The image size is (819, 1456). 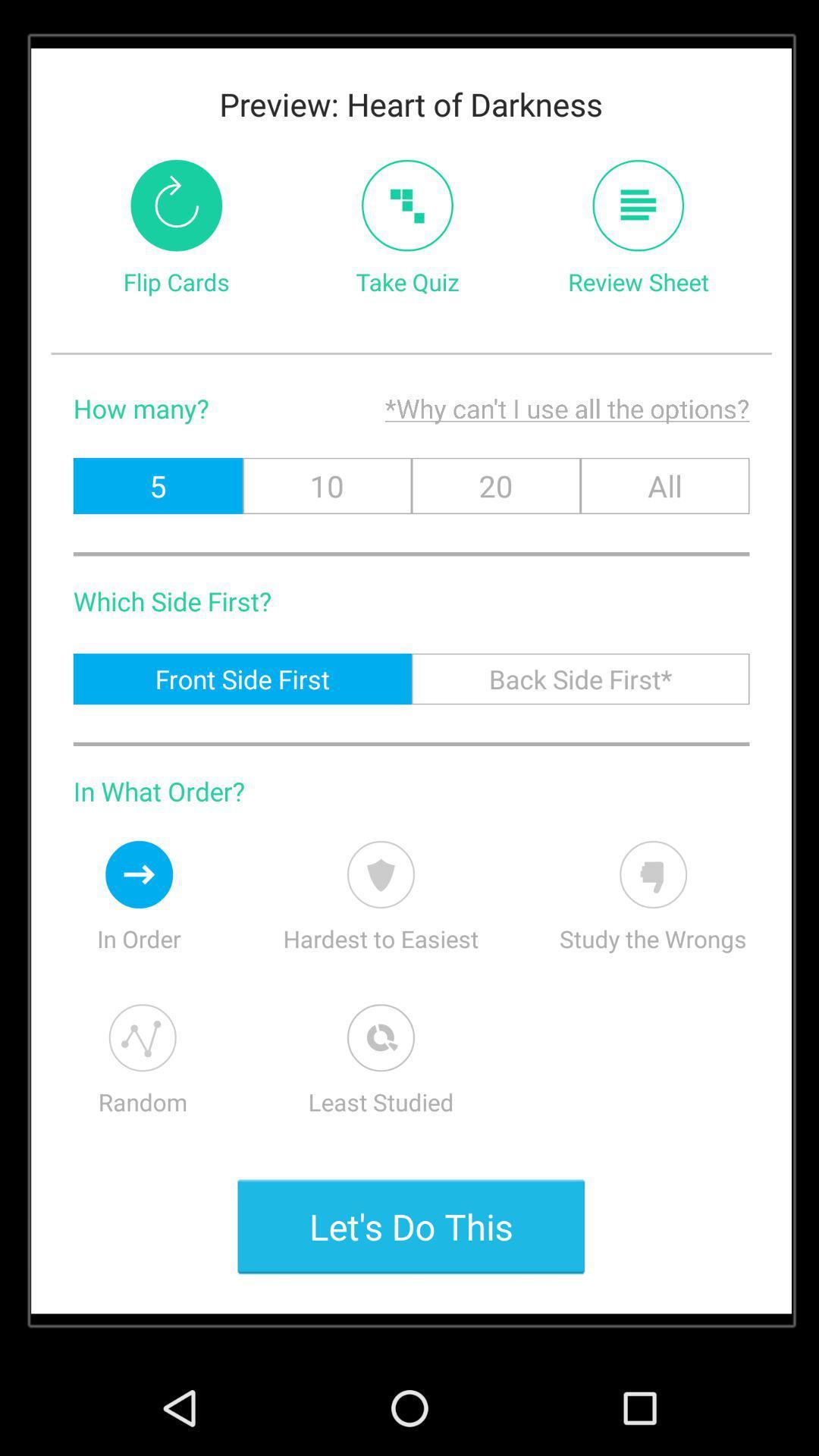 I want to click on next, so click(x=139, y=874).